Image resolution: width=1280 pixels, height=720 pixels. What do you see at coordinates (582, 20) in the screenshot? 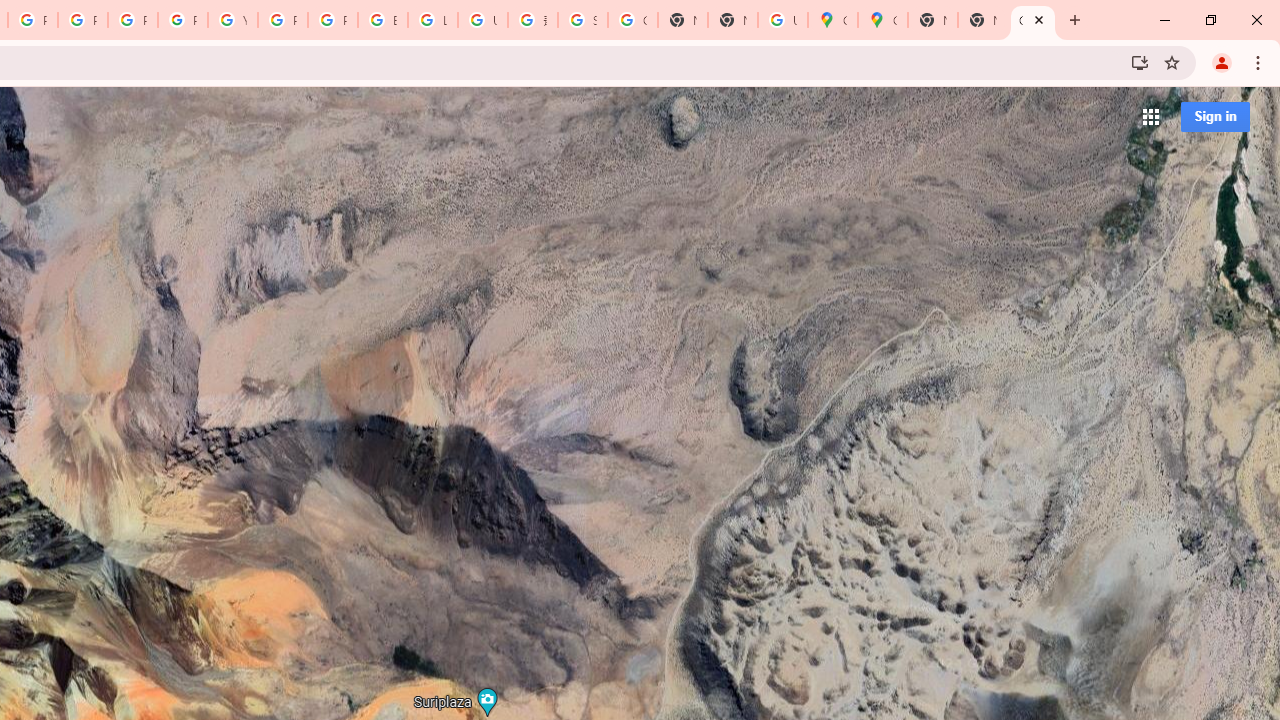
I see `'Sign in - Google Accounts'` at bounding box center [582, 20].